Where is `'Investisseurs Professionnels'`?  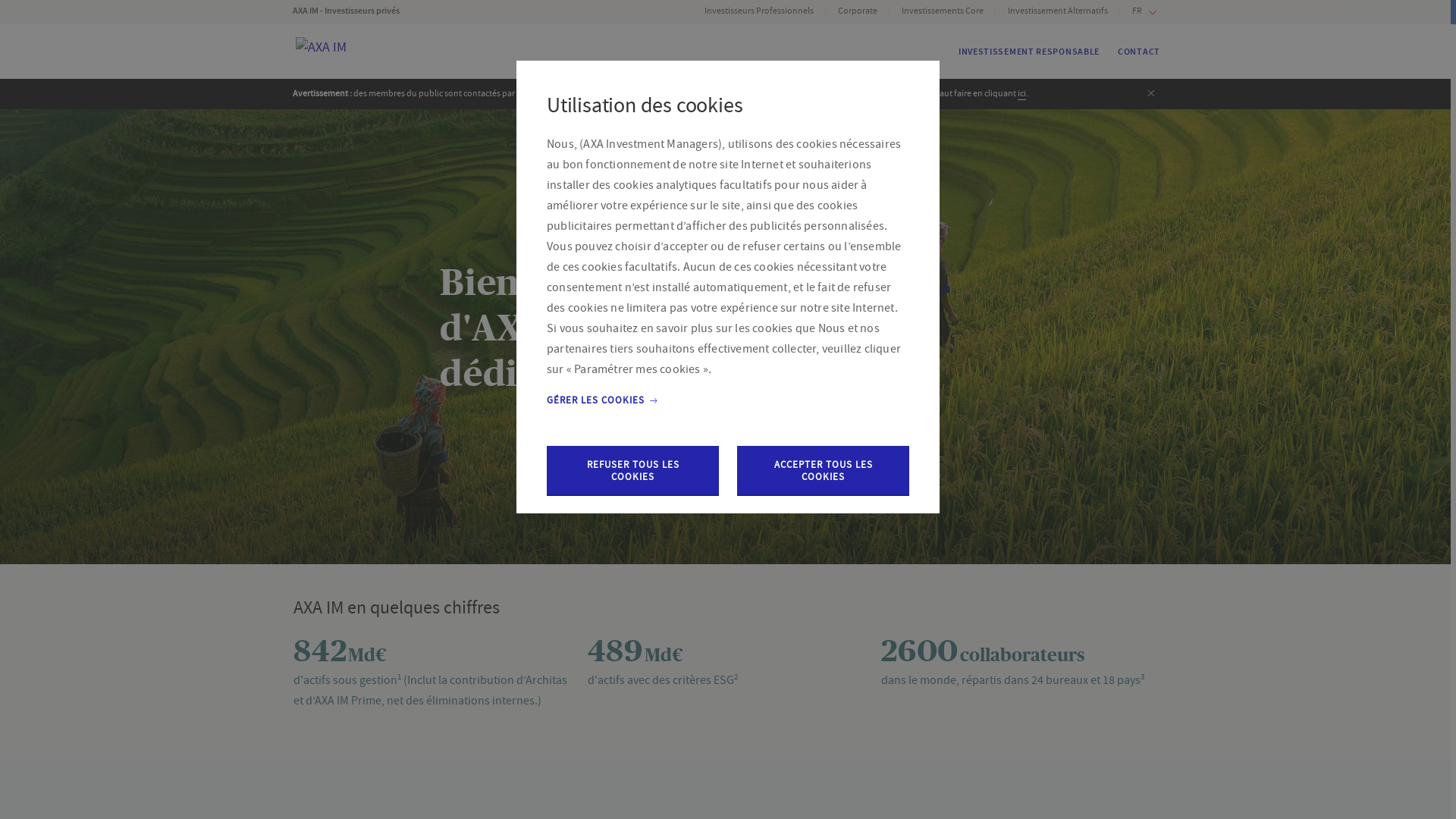
'Investisseurs Professionnels' is located at coordinates (759, 11).